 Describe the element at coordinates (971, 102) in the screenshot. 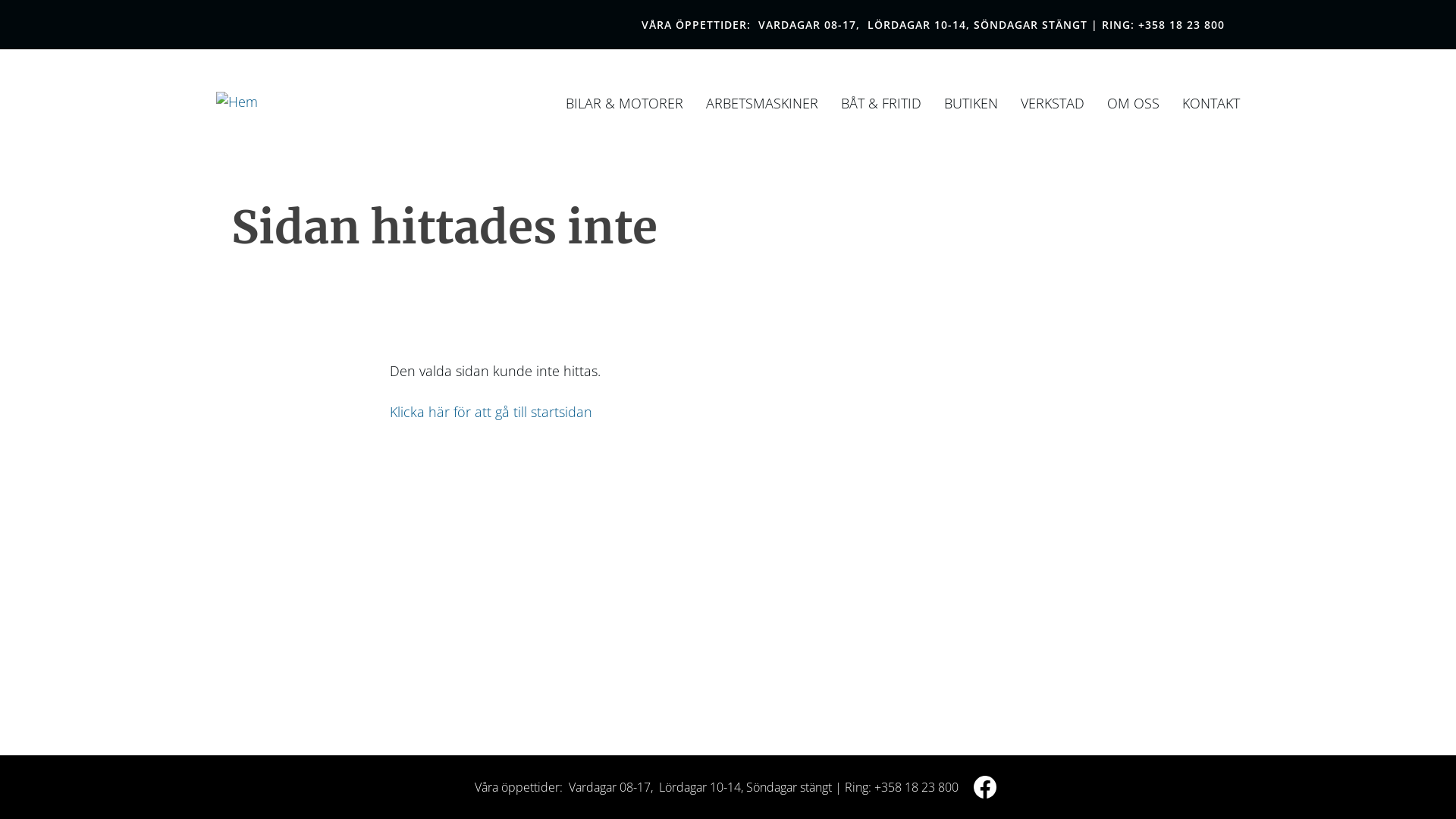

I see `'BUTIKEN'` at that location.